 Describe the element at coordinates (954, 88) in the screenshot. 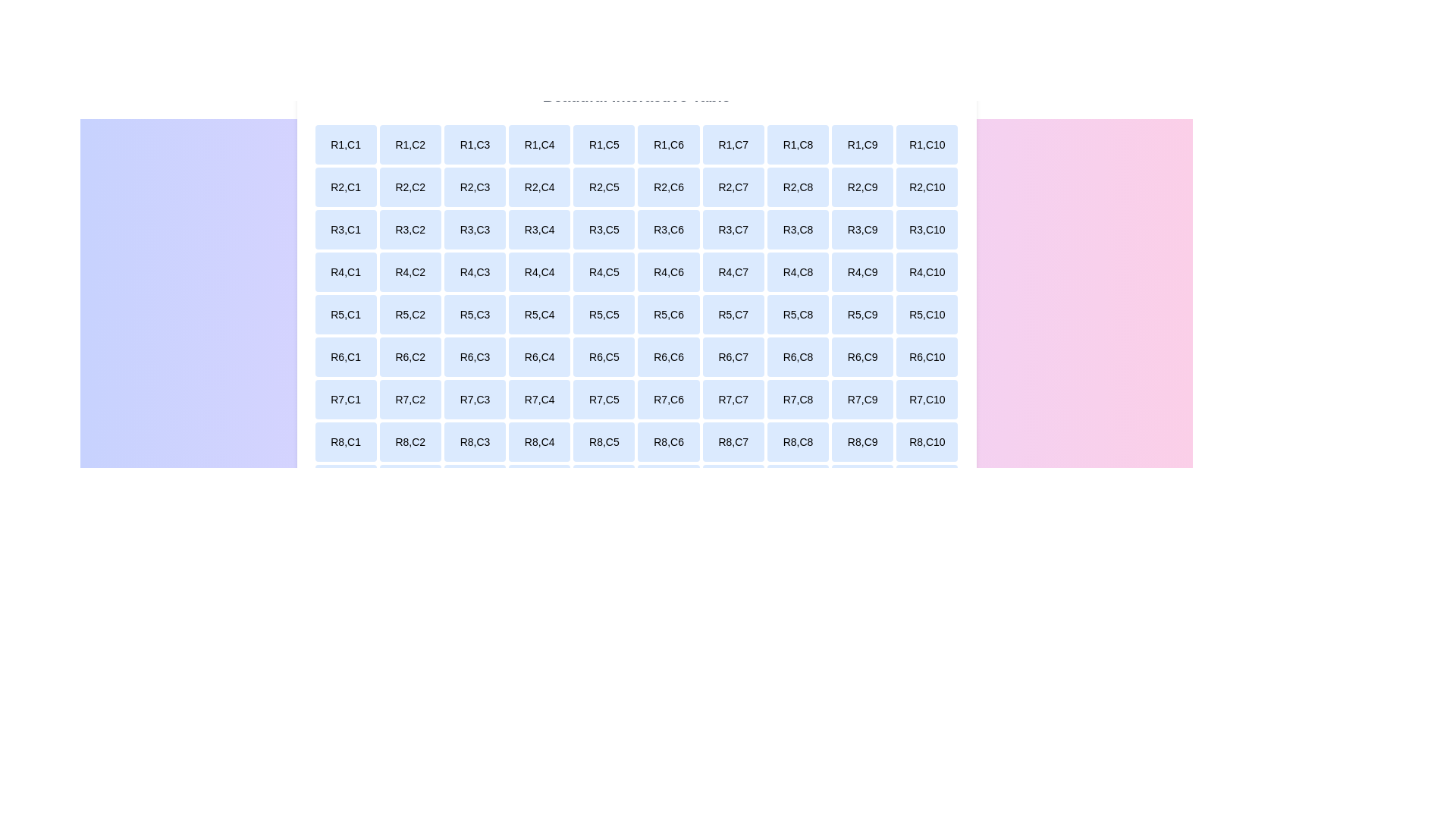

I see `the close button in the top-right corner of the dialog to close it` at that location.